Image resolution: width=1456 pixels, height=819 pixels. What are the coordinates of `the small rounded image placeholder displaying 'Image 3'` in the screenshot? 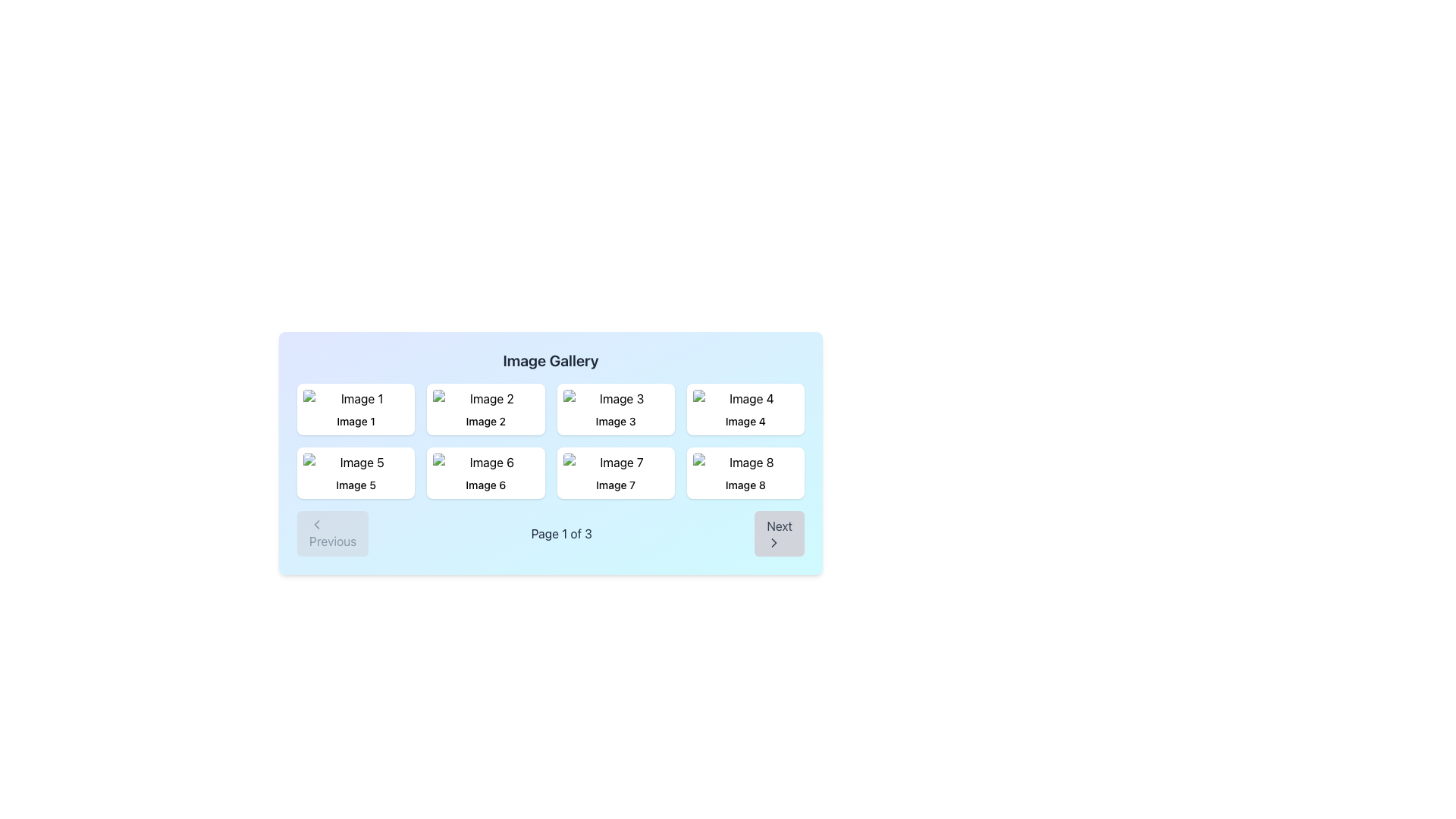 It's located at (615, 397).